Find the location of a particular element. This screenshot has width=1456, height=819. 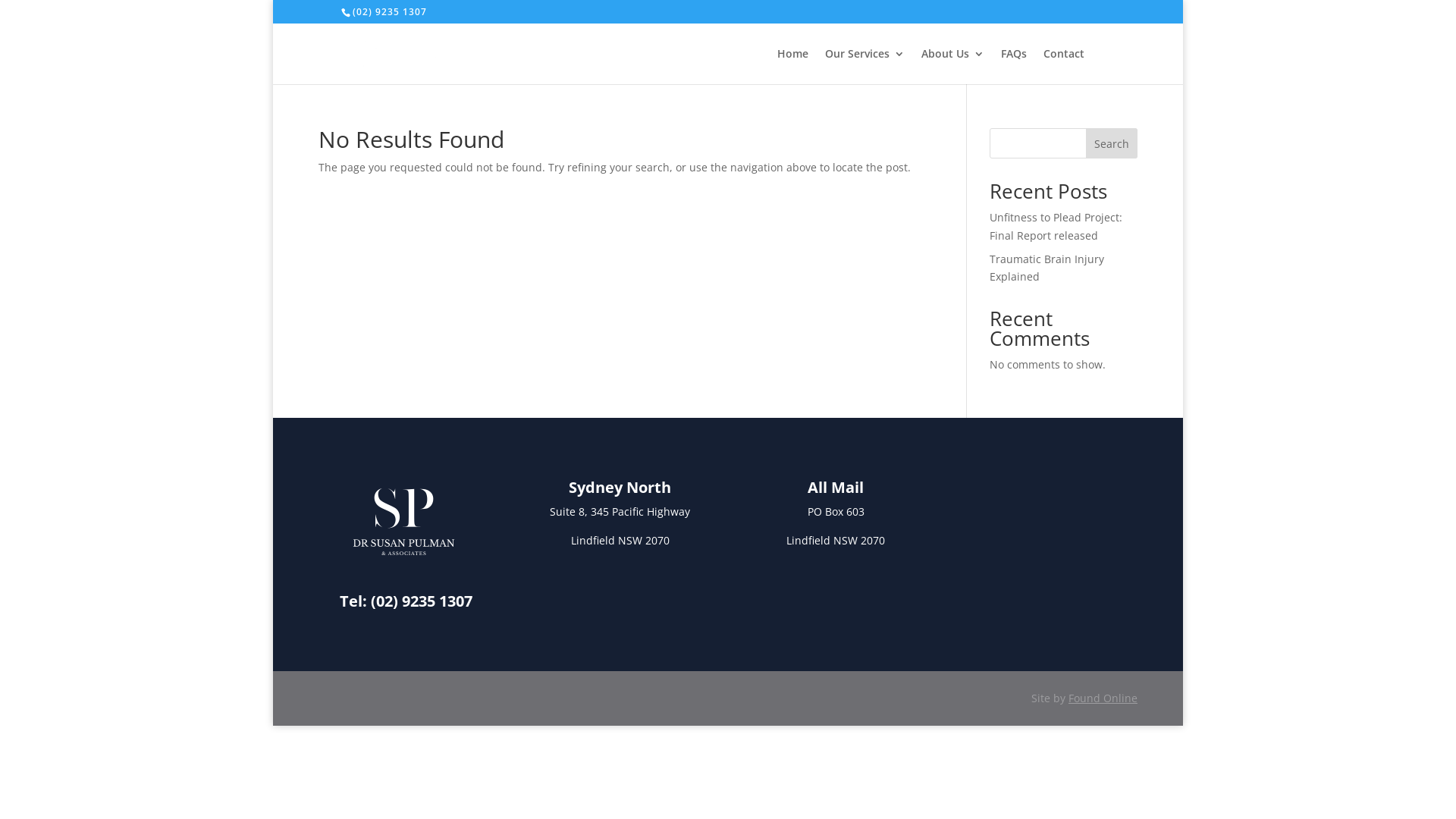

'FAQs' is located at coordinates (1014, 65).